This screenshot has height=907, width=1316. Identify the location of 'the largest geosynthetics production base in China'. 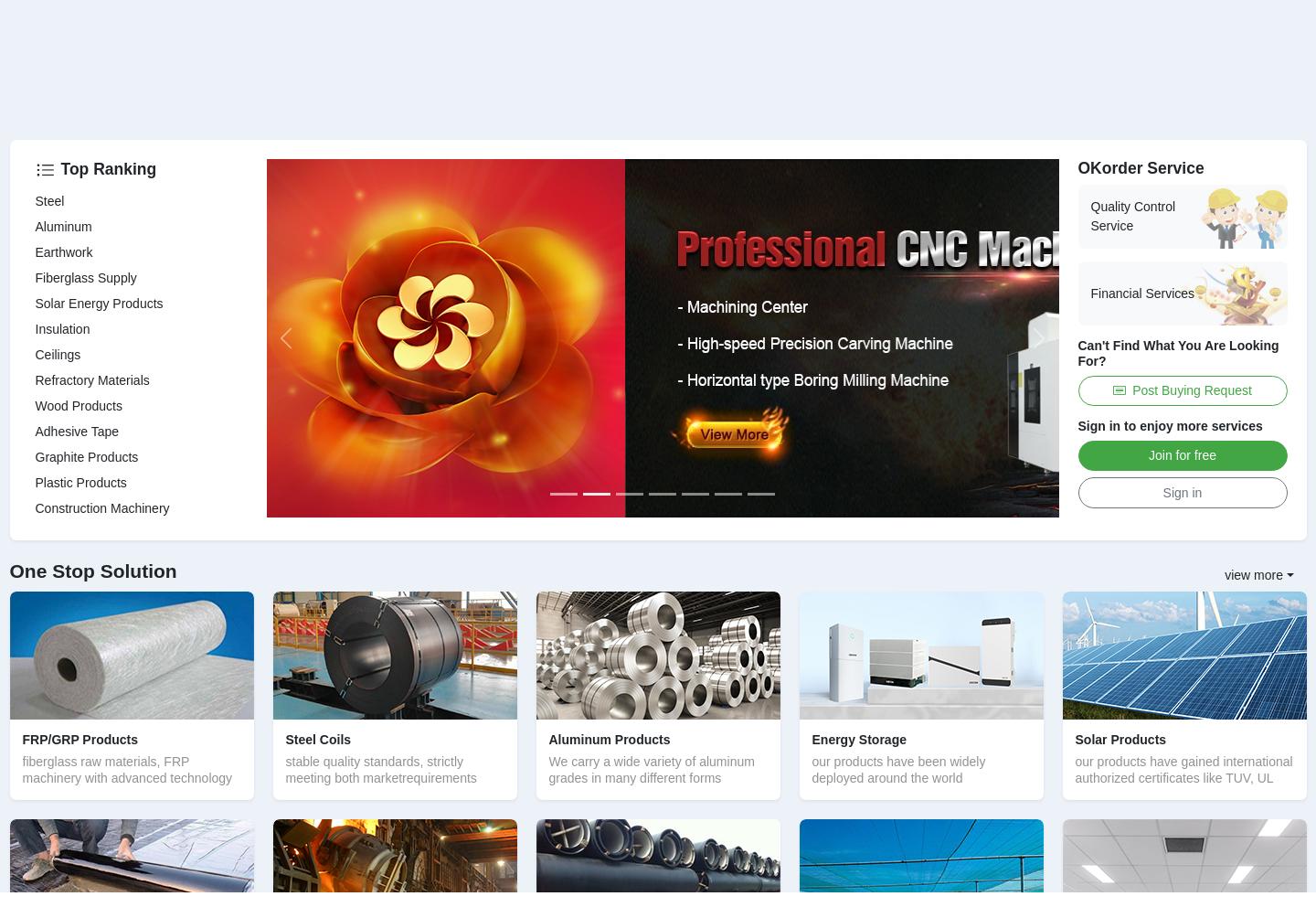
(122, 103).